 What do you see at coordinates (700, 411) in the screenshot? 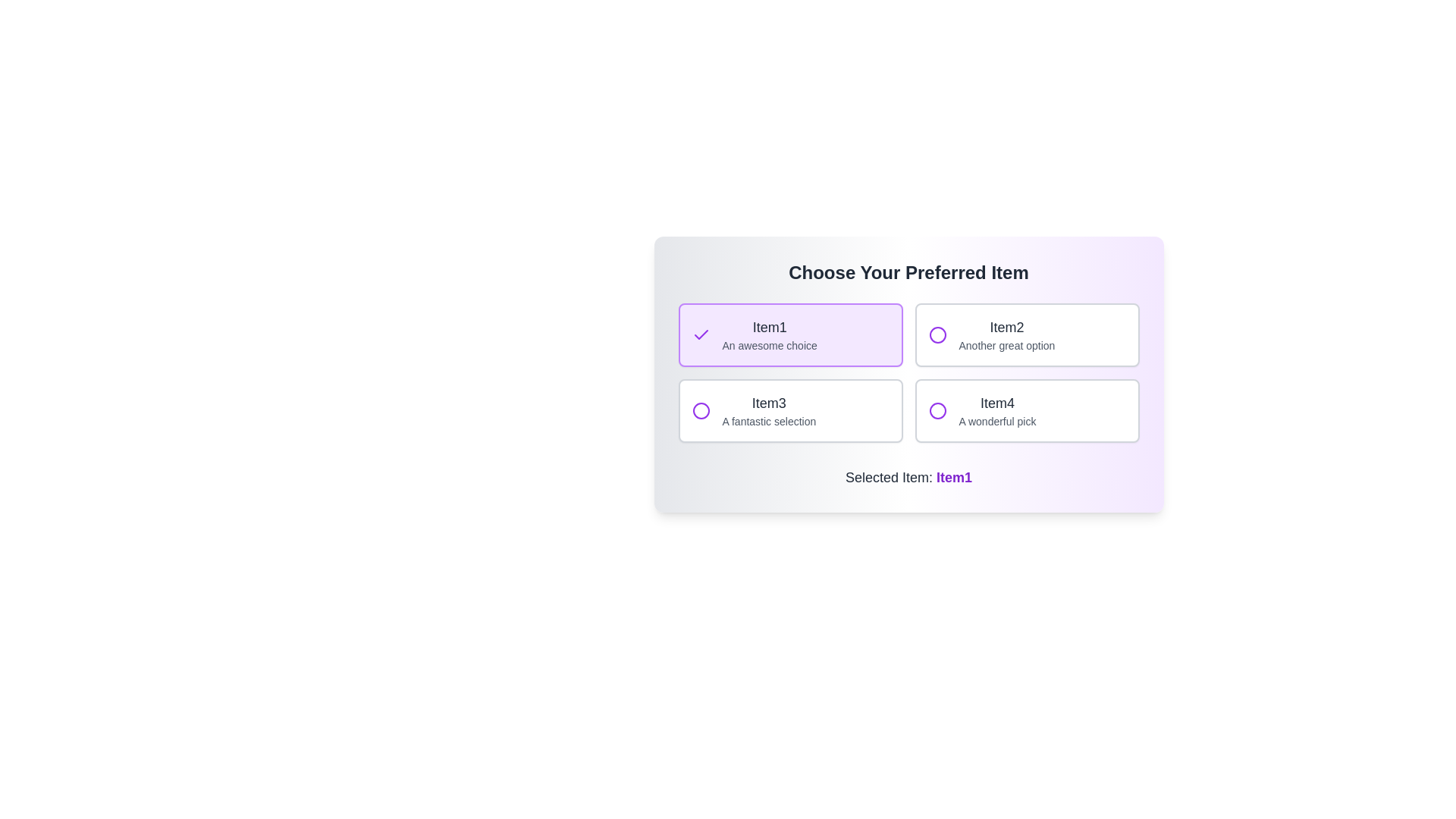
I see `the inner indication dot of the selected option in the 'Item3' radio button` at bounding box center [700, 411].